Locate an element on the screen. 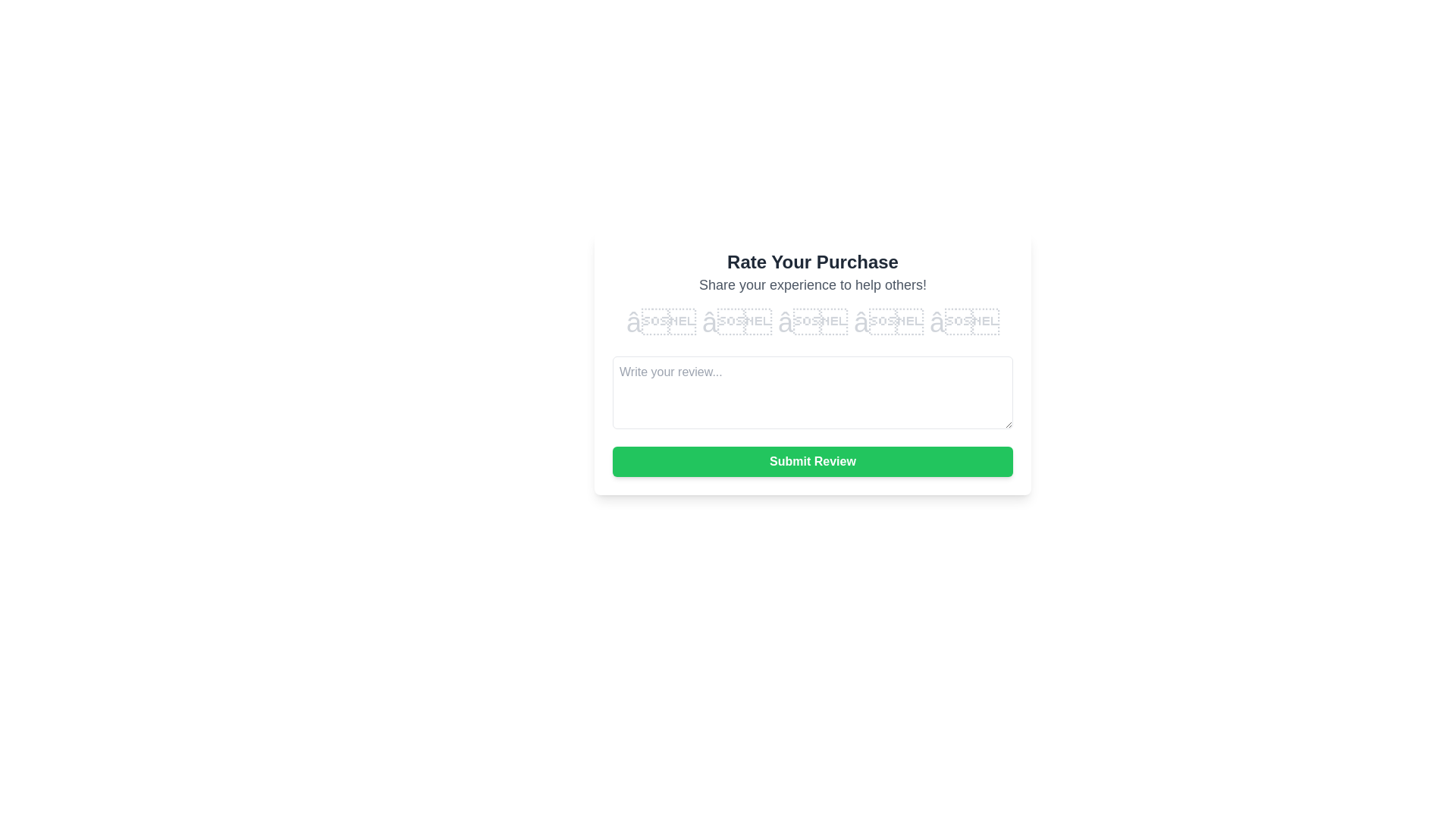  the rating to 5 stars by clicking on the corresponding star is located at coordinates (964, 322).